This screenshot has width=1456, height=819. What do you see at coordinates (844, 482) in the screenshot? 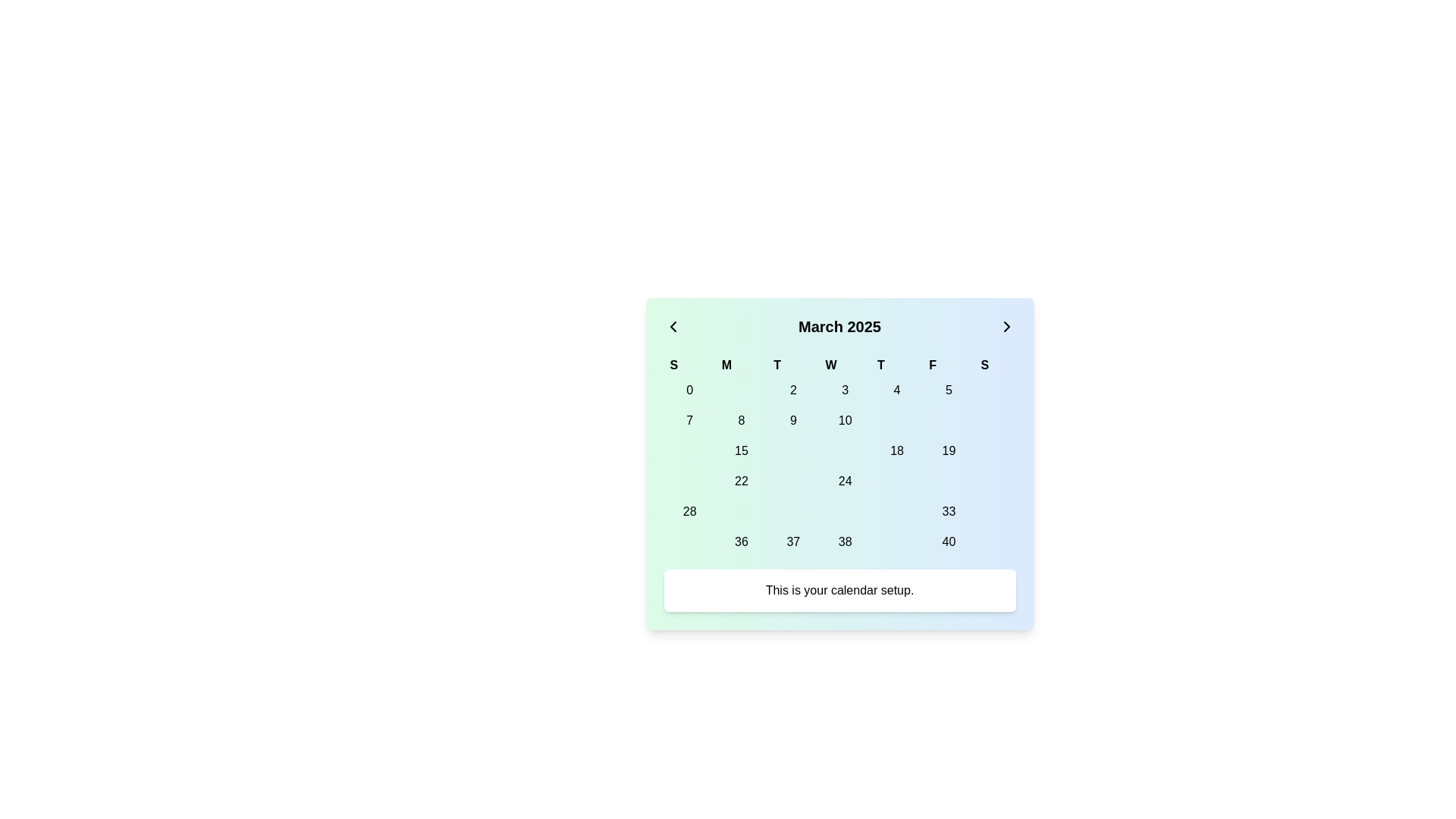
I see `the date '24' in the calendar interface` at bounding box center [844, 482].